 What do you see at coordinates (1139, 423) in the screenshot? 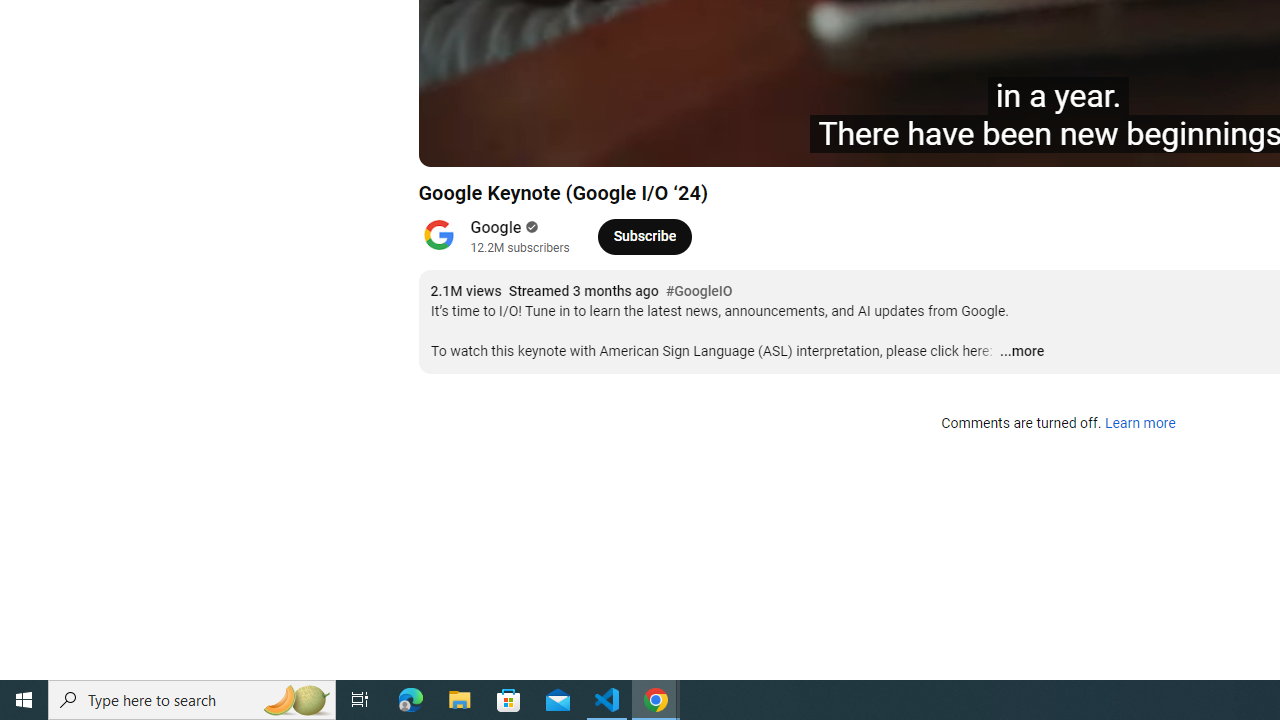
I see `'Learn more'` at bounding box center [1139, 423].